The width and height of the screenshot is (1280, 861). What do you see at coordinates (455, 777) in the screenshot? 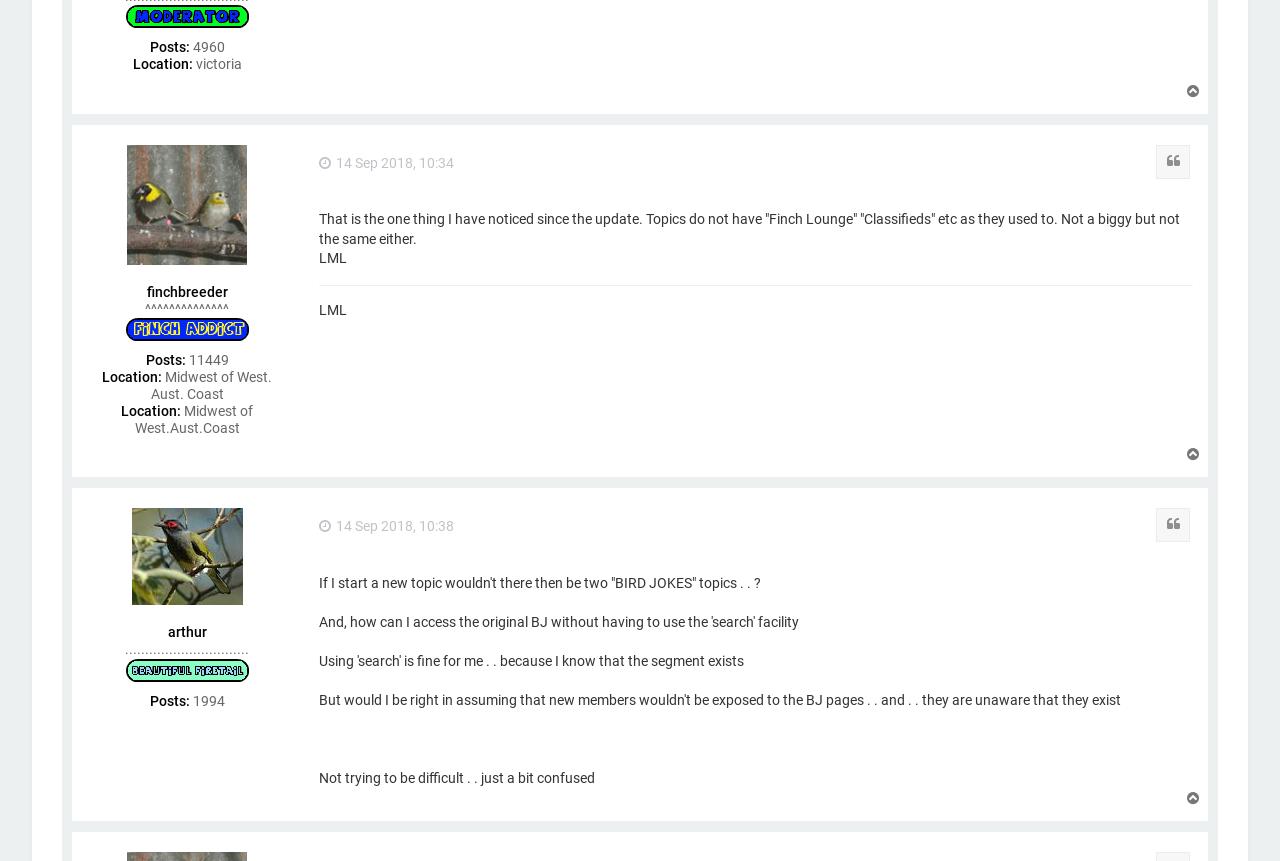
I see `'Not trying to be difficult . . just a bit confused'` at bounding box center [455, 777].